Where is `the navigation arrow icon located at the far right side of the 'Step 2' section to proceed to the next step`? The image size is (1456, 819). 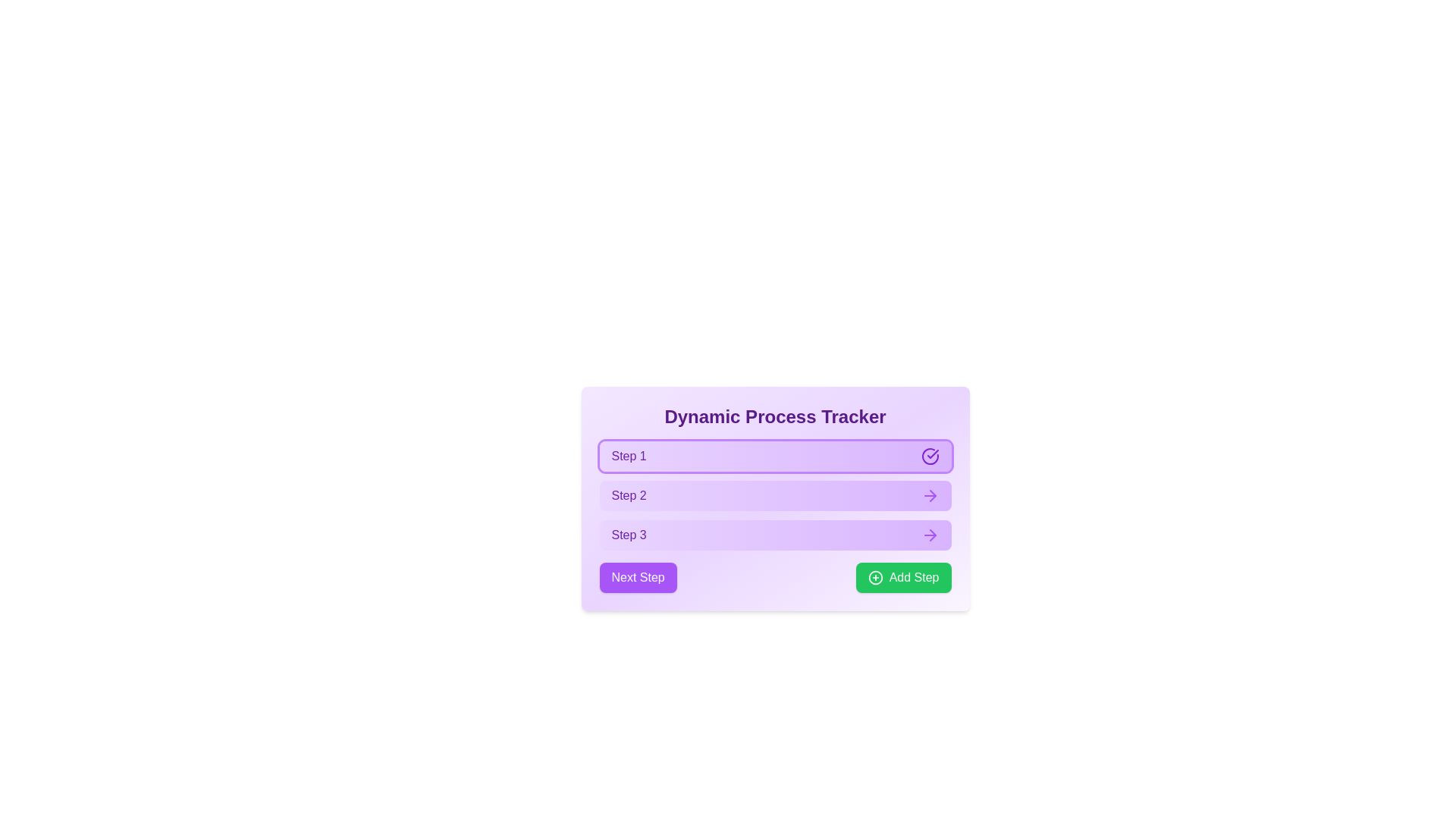
the navigation arrow icon located at the far right side of the 'Step 2' section to proceed to the next step is located at coordinates (929, 496).